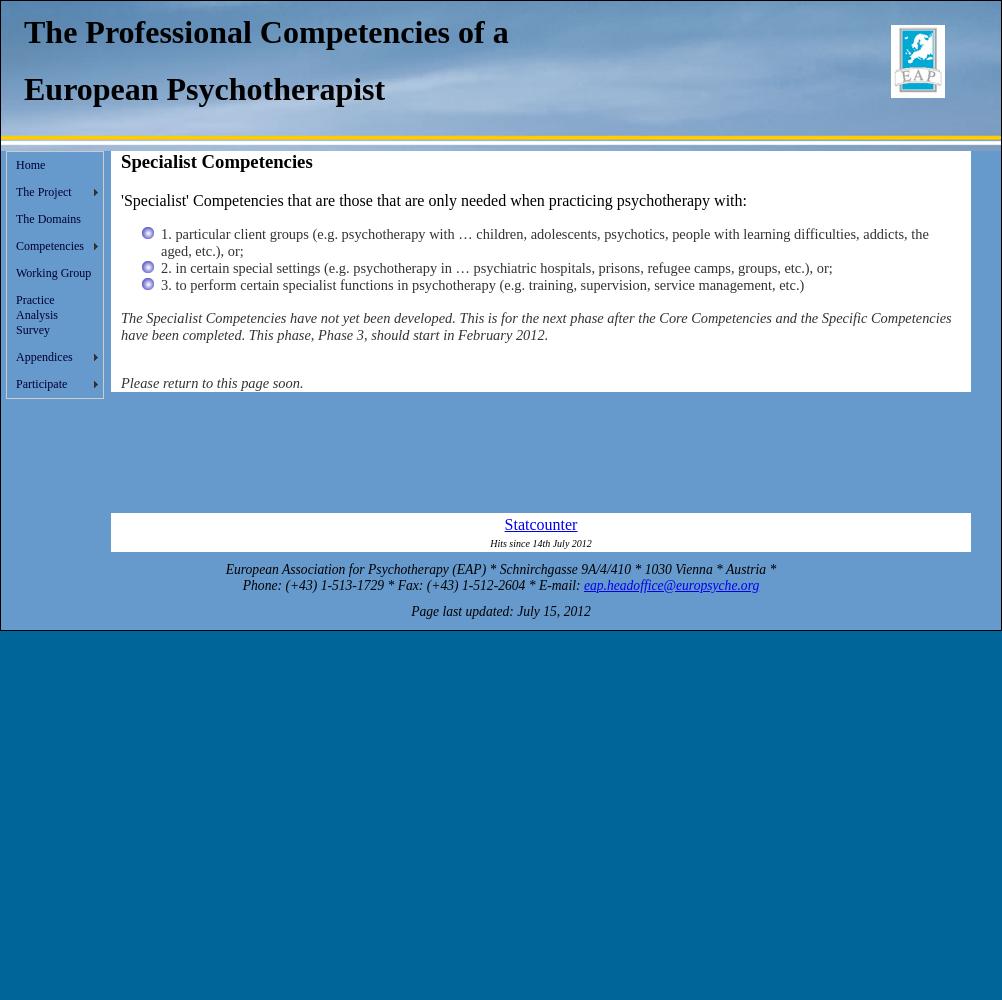 This screenshot has width=1002, height=1000. Describe the element at coordinates (671, 583) in the screenshot. I see `'eap.headoffice@europsyche.org'` at that location.